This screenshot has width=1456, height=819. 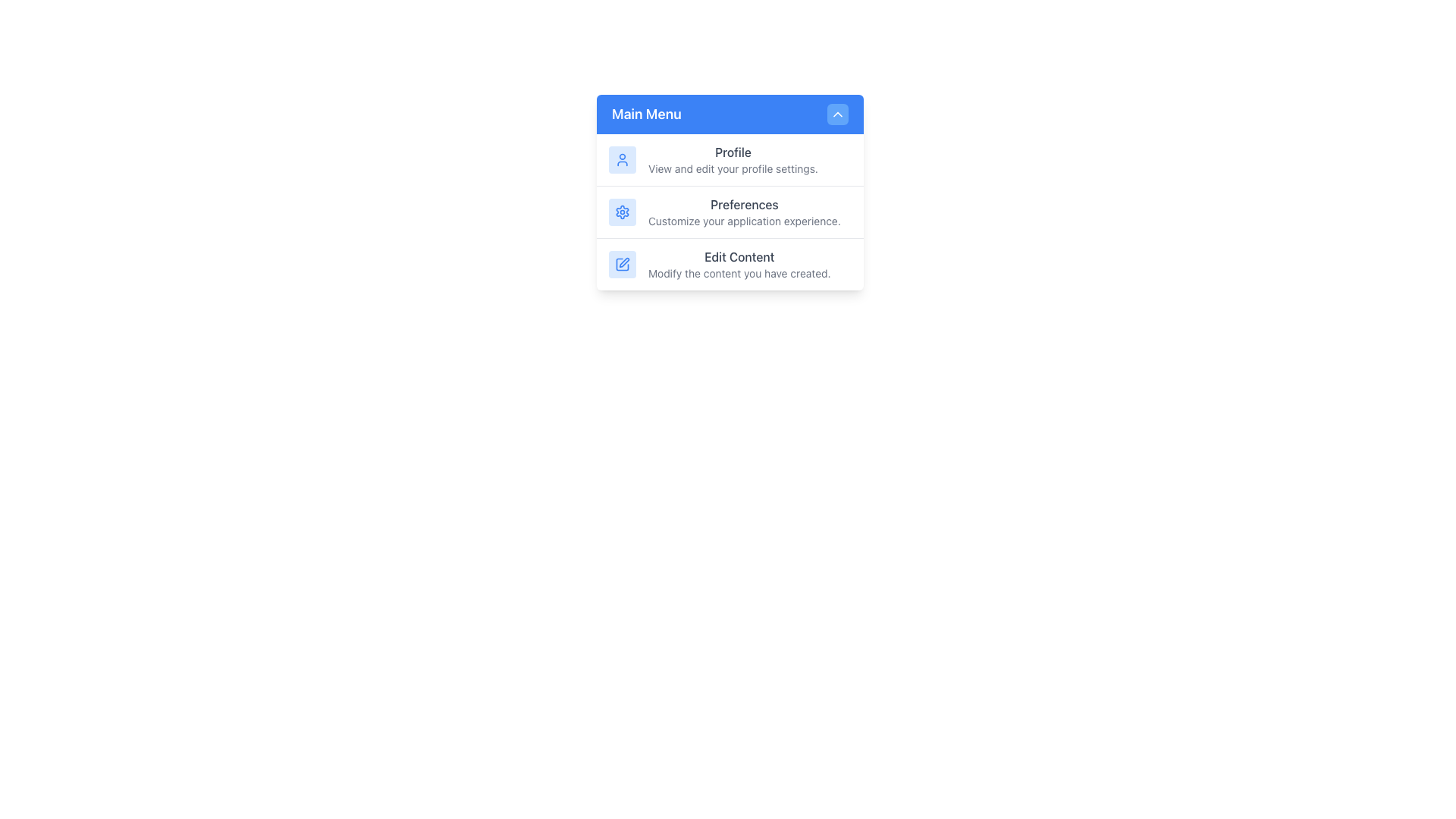 I want to click on the 'Profile' text label element, which is the first item in the vertical list under the 'Main Menu' header, so click(x=733, y=160).